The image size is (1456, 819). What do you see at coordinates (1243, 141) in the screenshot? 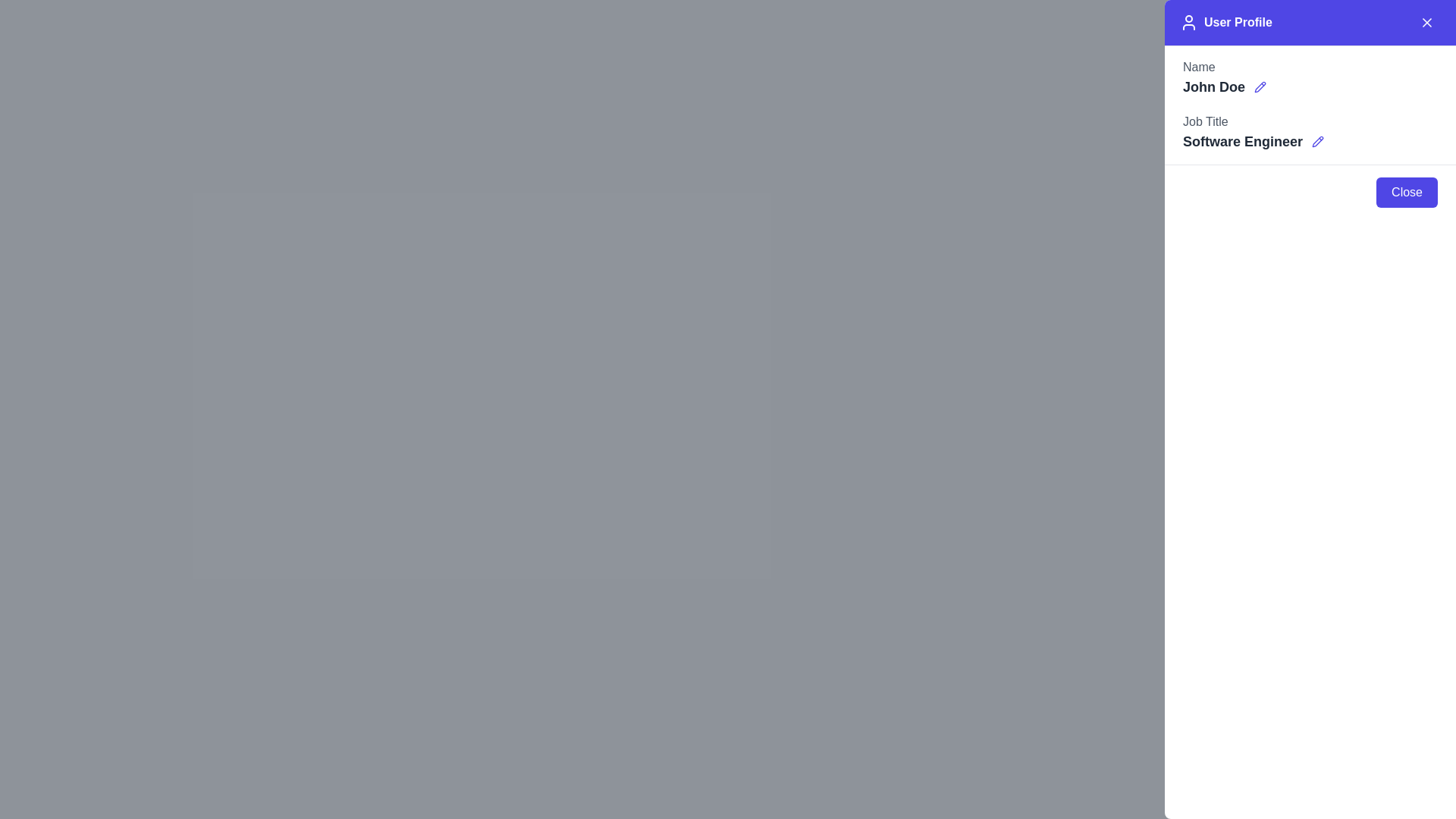
I see `the text label displaying the job title 'Software Engineer' in bold, dark gray text, located below the 'Job Title' label in the user profile section` at bounding box center [1243, 141].